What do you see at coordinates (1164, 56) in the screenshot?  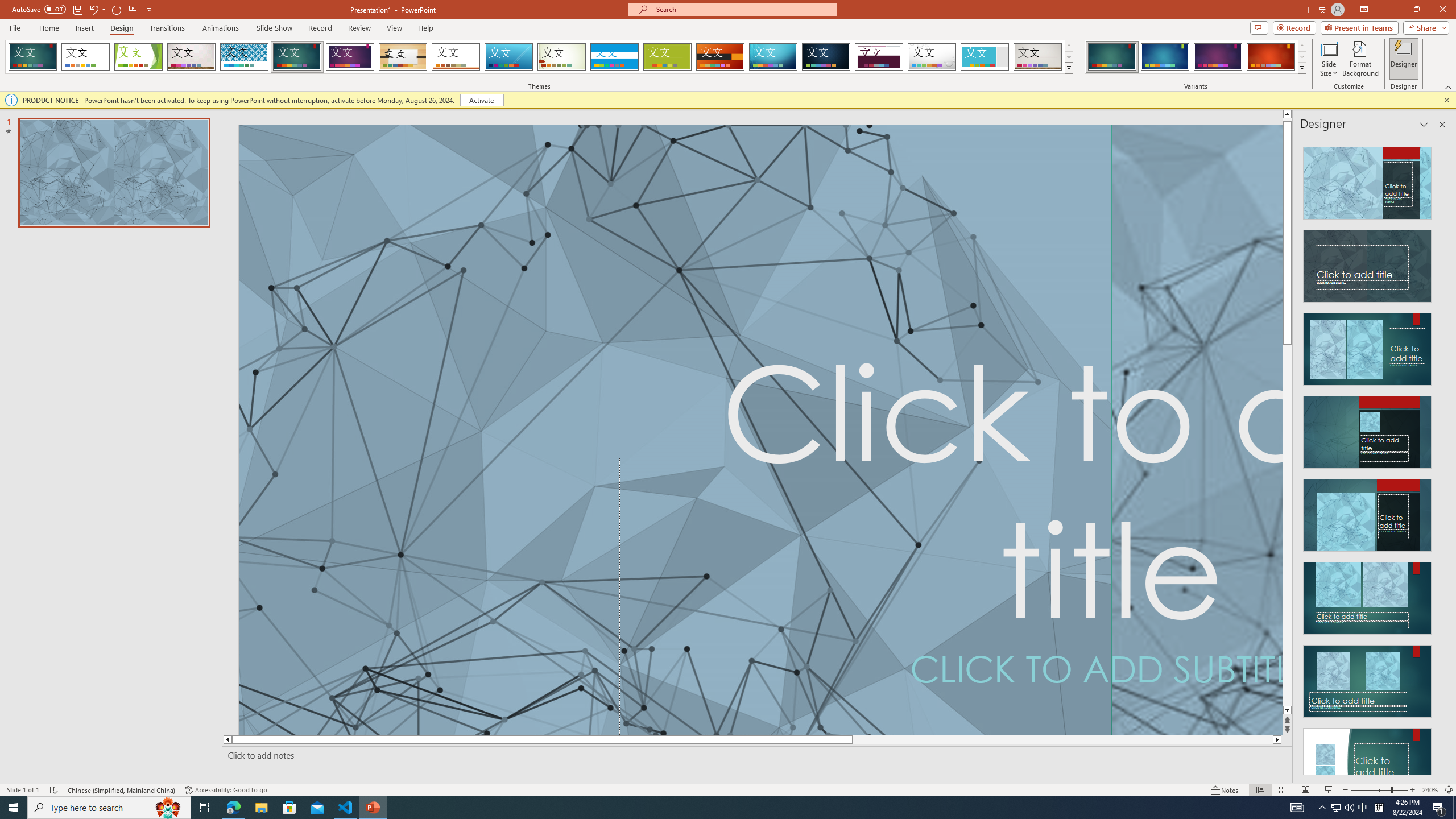 I see `'Ion Variant 2'` at bounding box center [1164, 56].